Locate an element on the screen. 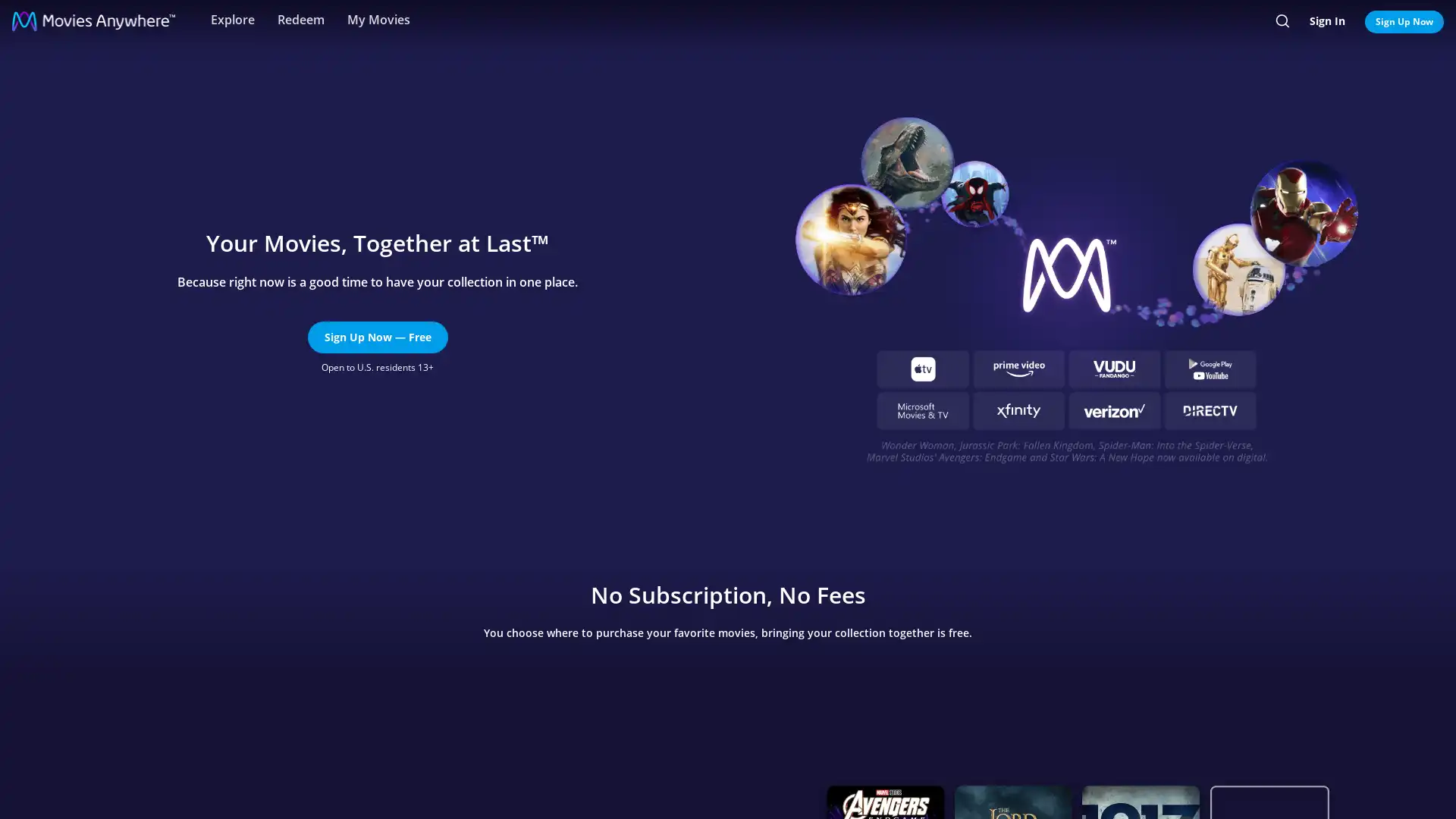  Search is located at coordinates (1282, 20).